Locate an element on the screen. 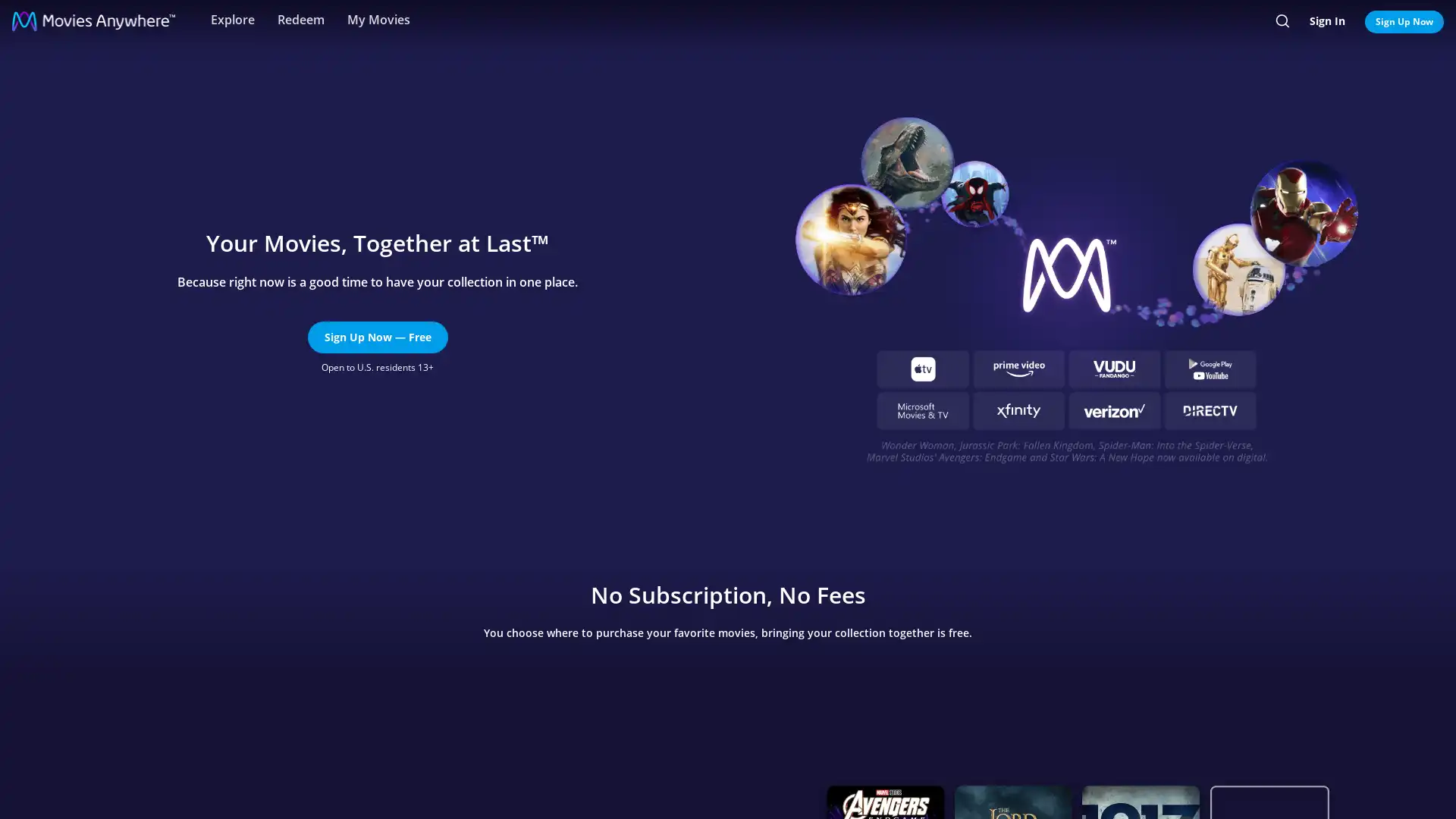  Search is located at coordinates (1282, 20).